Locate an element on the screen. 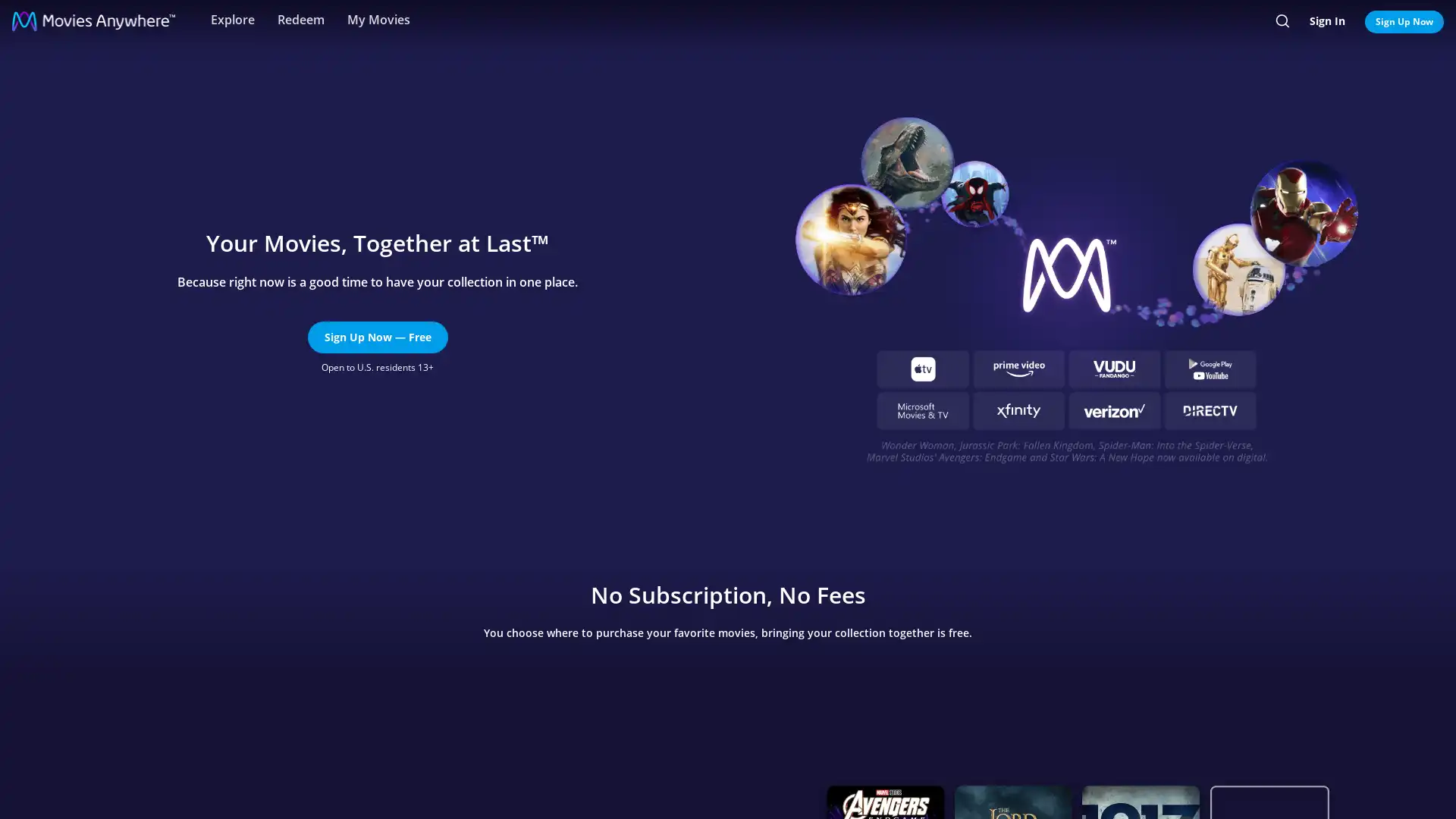  Search is located at coordinates (1282, 20).